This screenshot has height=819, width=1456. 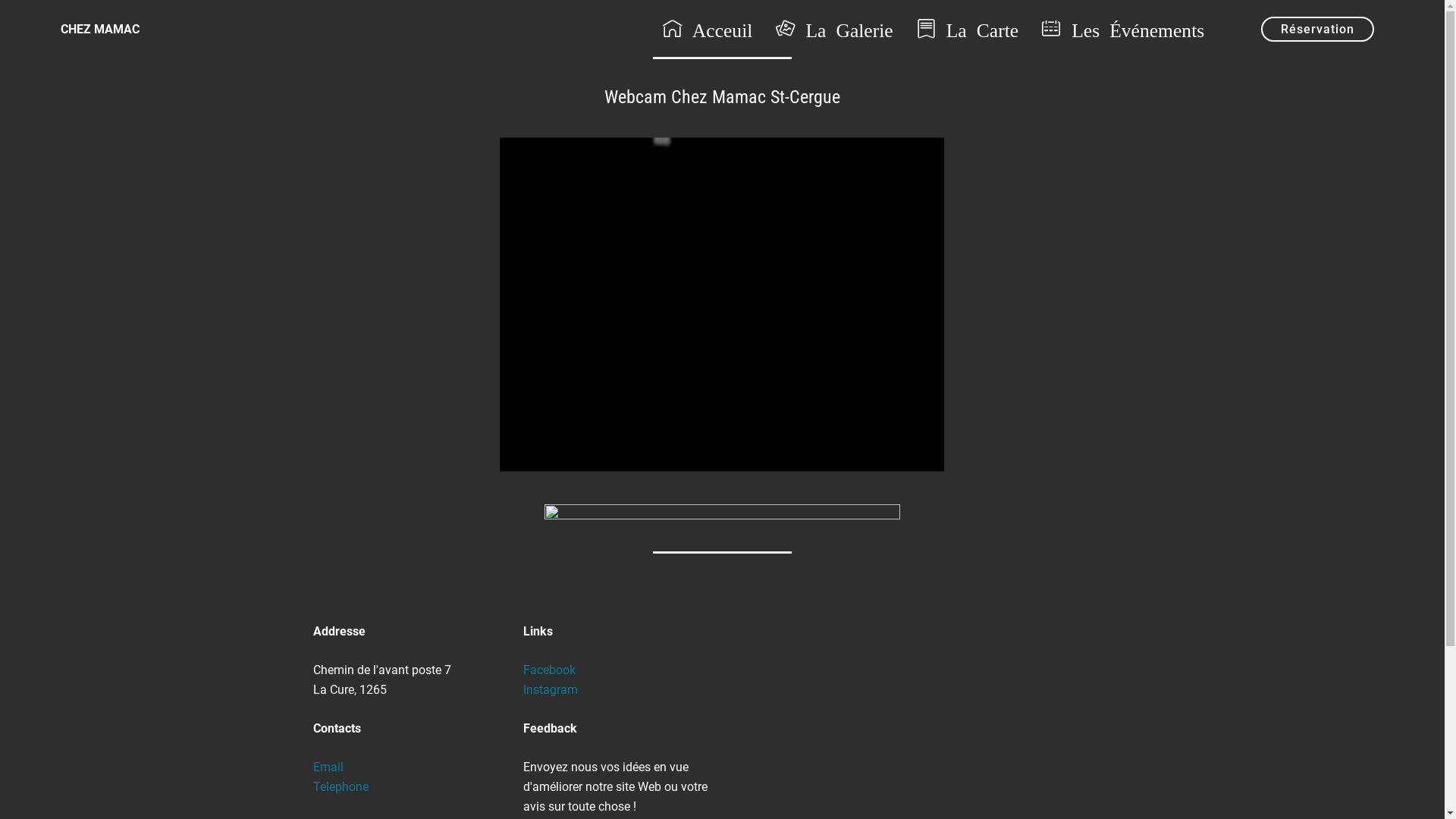 What do you see at coordinates (327, 767) in the screenshot?
I see `'Email'` at bounding box center [327, 767].